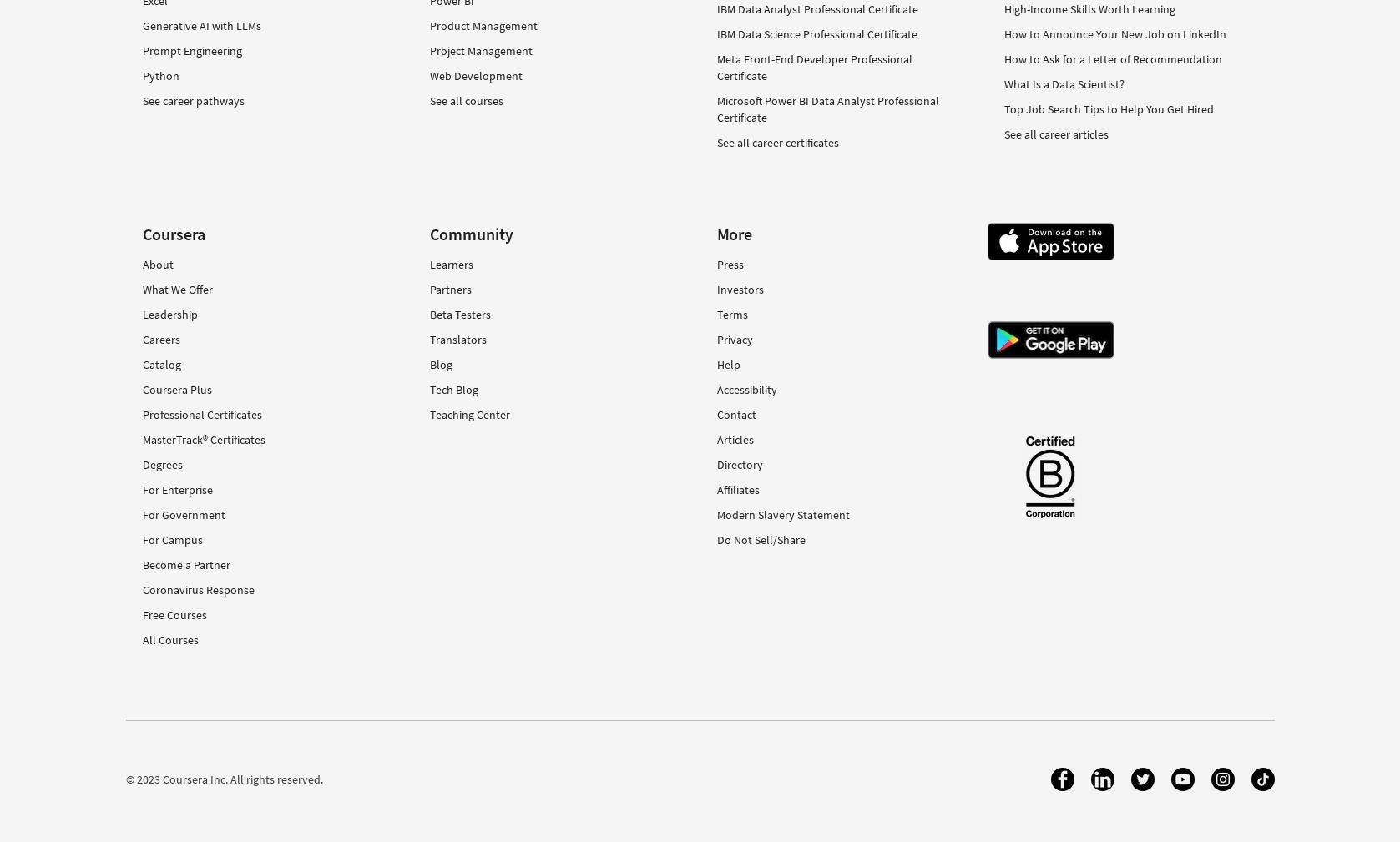 The height and width of the screenshot is (842, 1400). What do you see at coordinates (816, 32) in the screenshot?
I see `'IBM Data Science Professional Certificate'` at bounding box center [816, 32].